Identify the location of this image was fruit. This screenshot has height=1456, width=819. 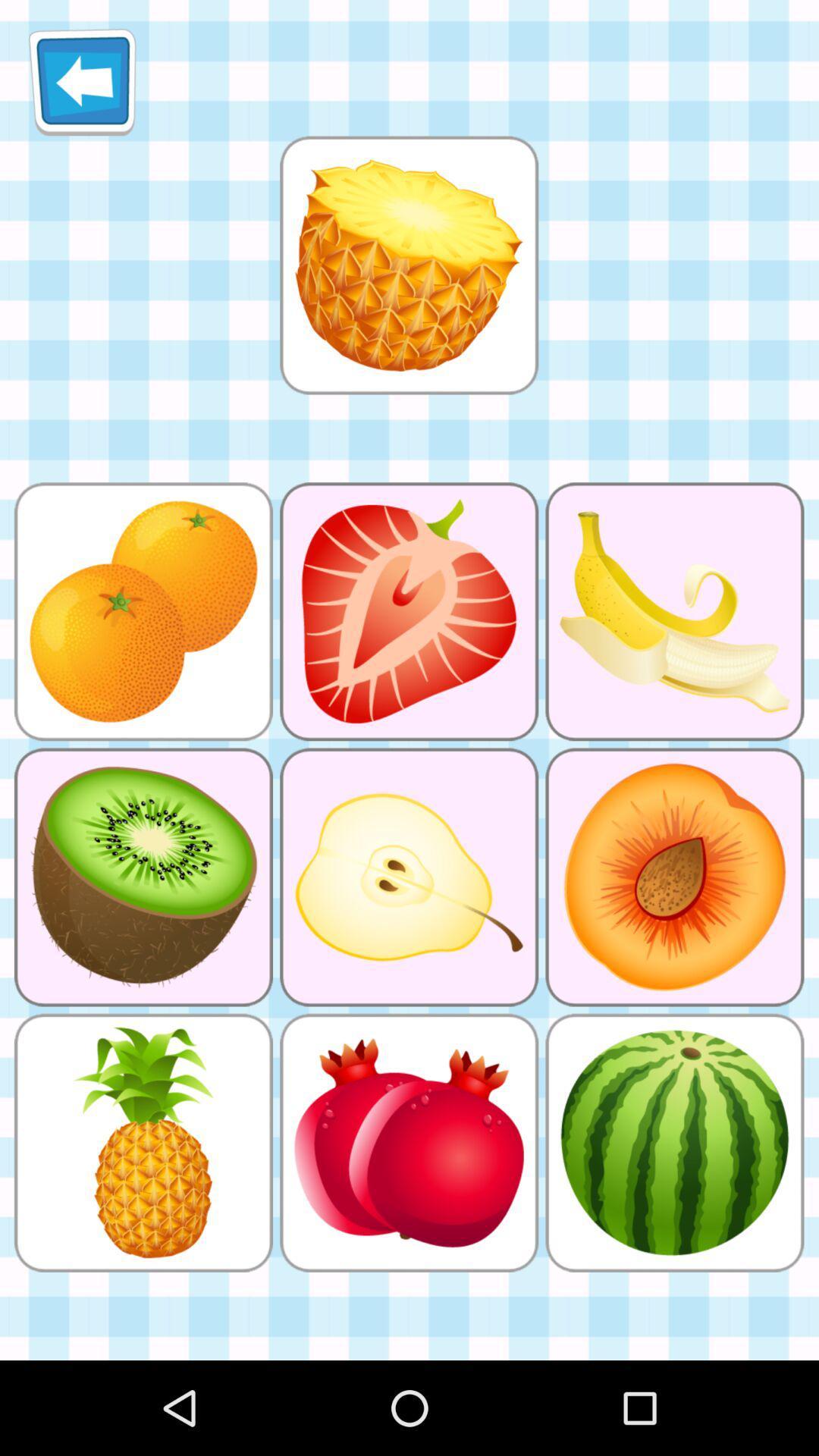
(408, 265).